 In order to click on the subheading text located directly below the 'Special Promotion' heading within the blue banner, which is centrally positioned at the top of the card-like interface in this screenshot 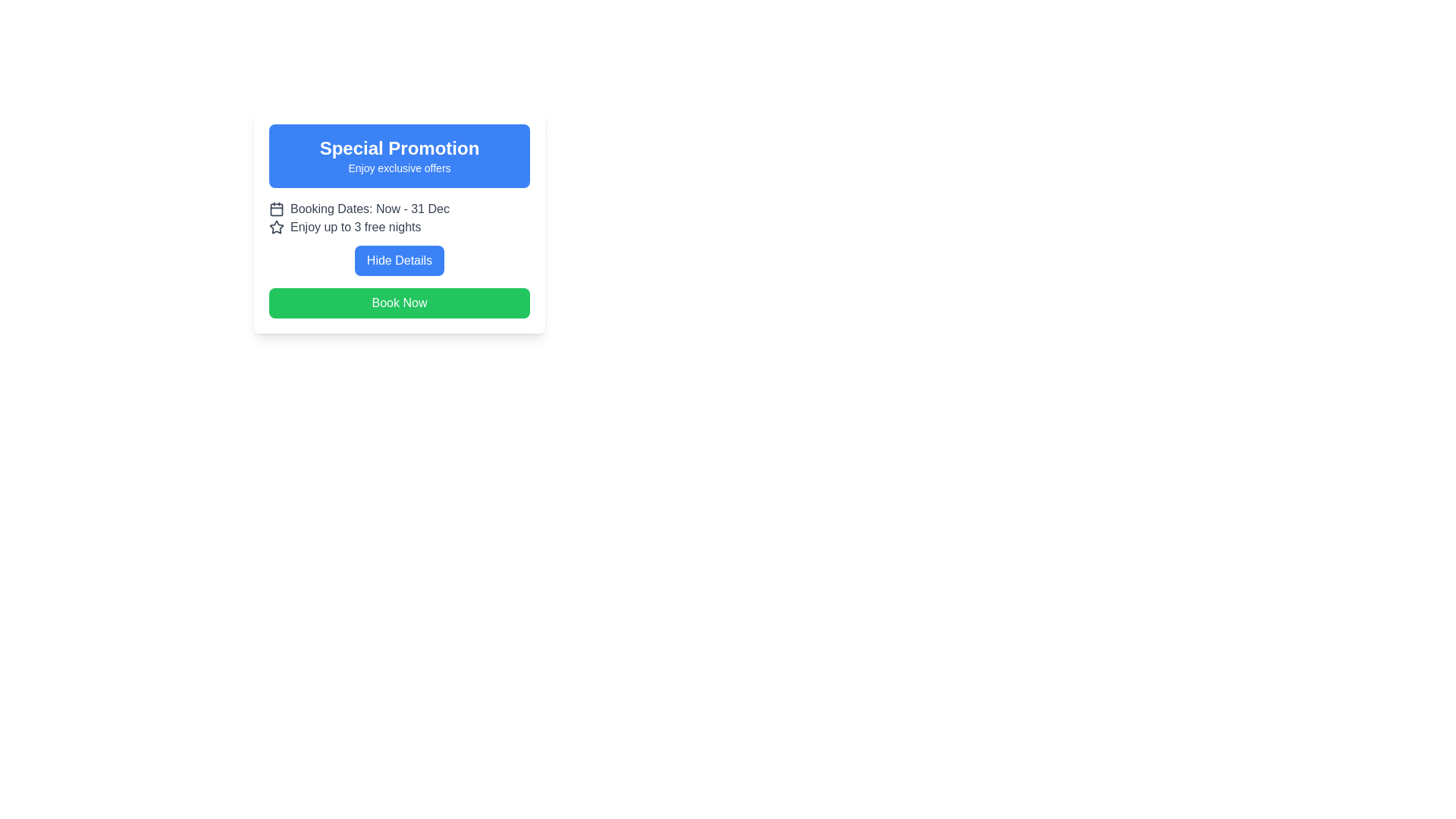, I will do `click(400, 168)`.